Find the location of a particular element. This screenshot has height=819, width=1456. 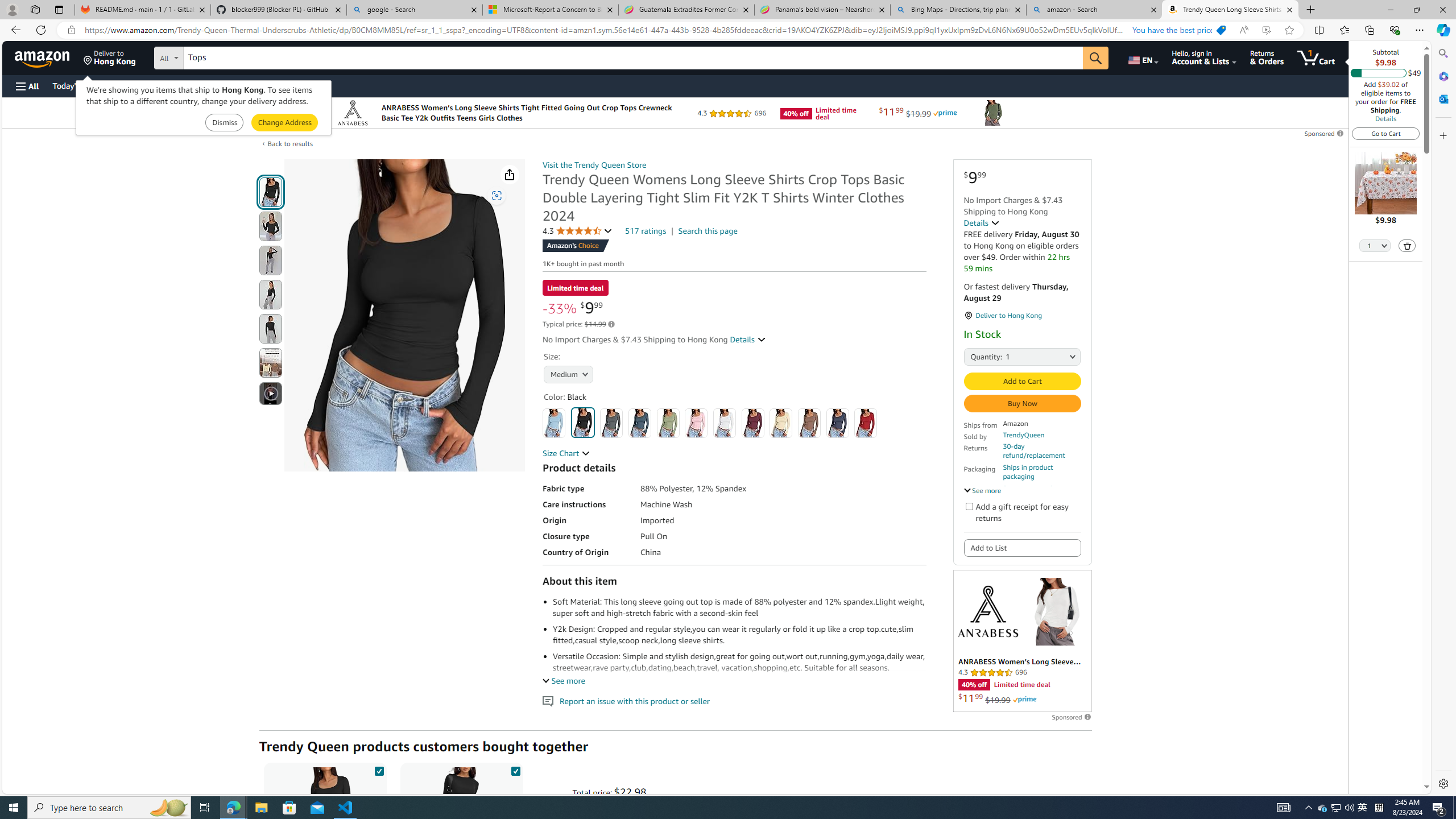

'Back to results' is located at coordinates (289, 143).